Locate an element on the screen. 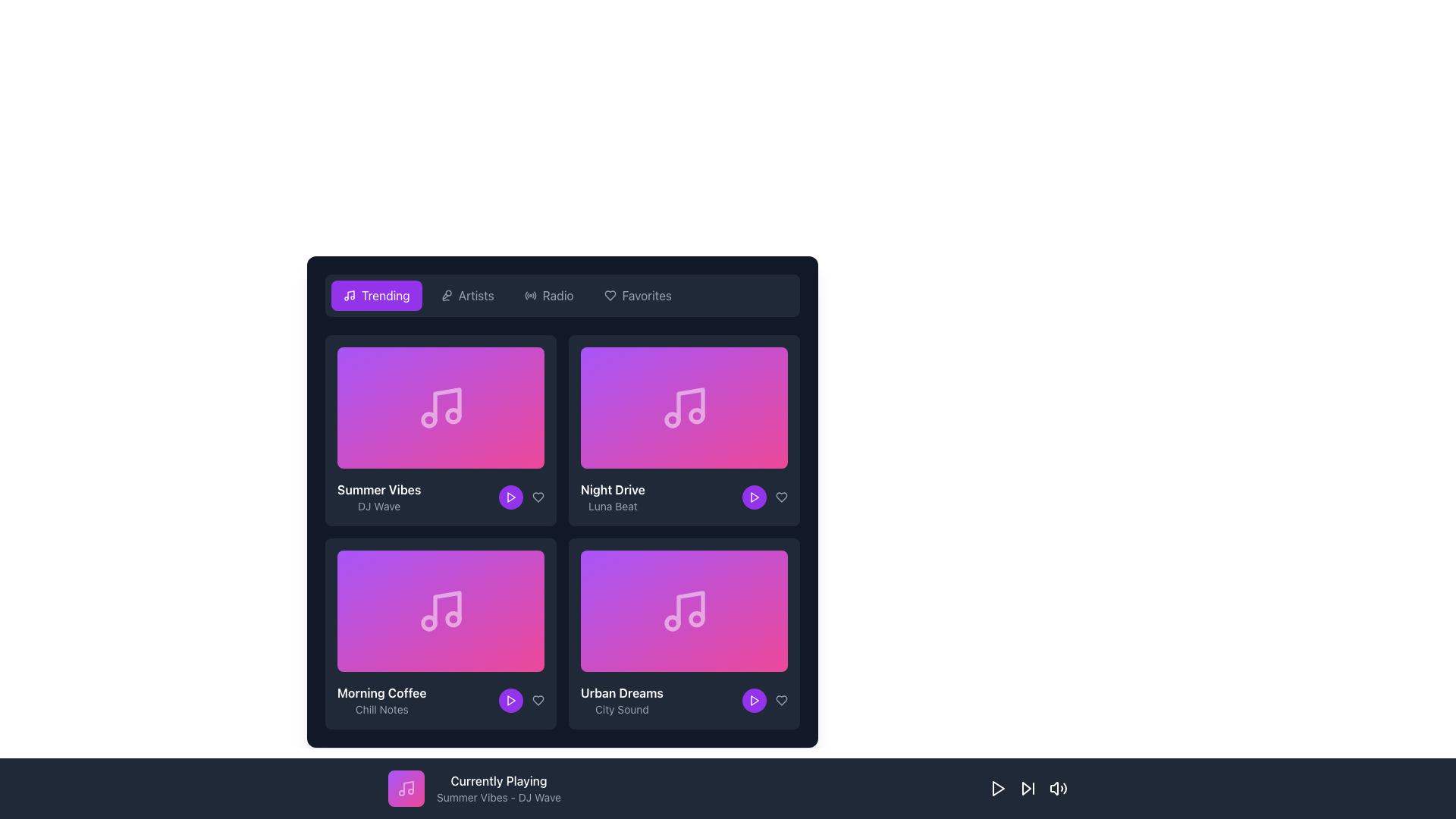 The image size is (1456, 819). the 'Radio' icon (SVG graphic) located to the left of the 'Radio' navigation text is located at coordinates (530, 295).